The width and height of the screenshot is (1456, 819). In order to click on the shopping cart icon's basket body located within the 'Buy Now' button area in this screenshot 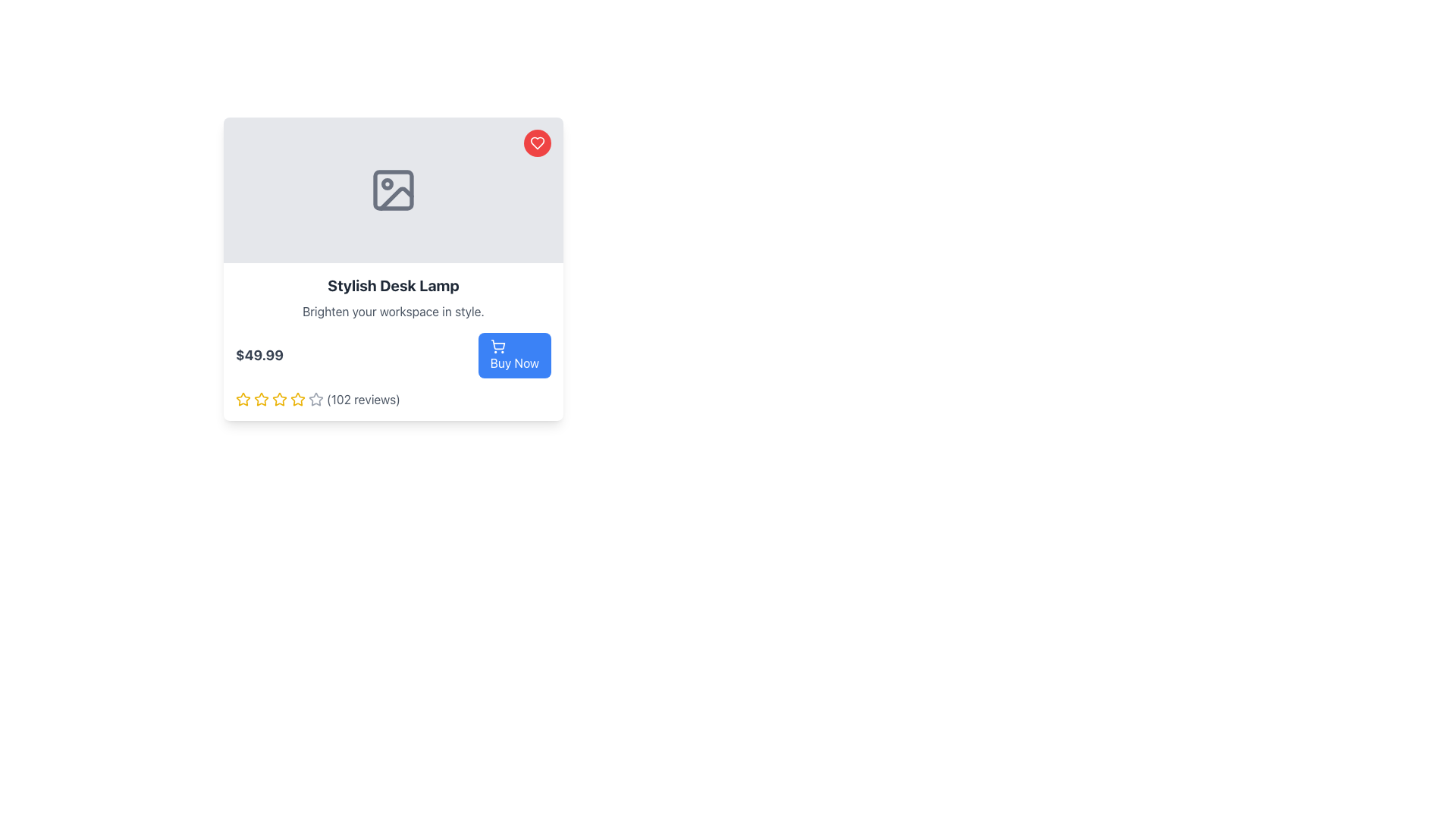, I will do `click(497, 344)`.